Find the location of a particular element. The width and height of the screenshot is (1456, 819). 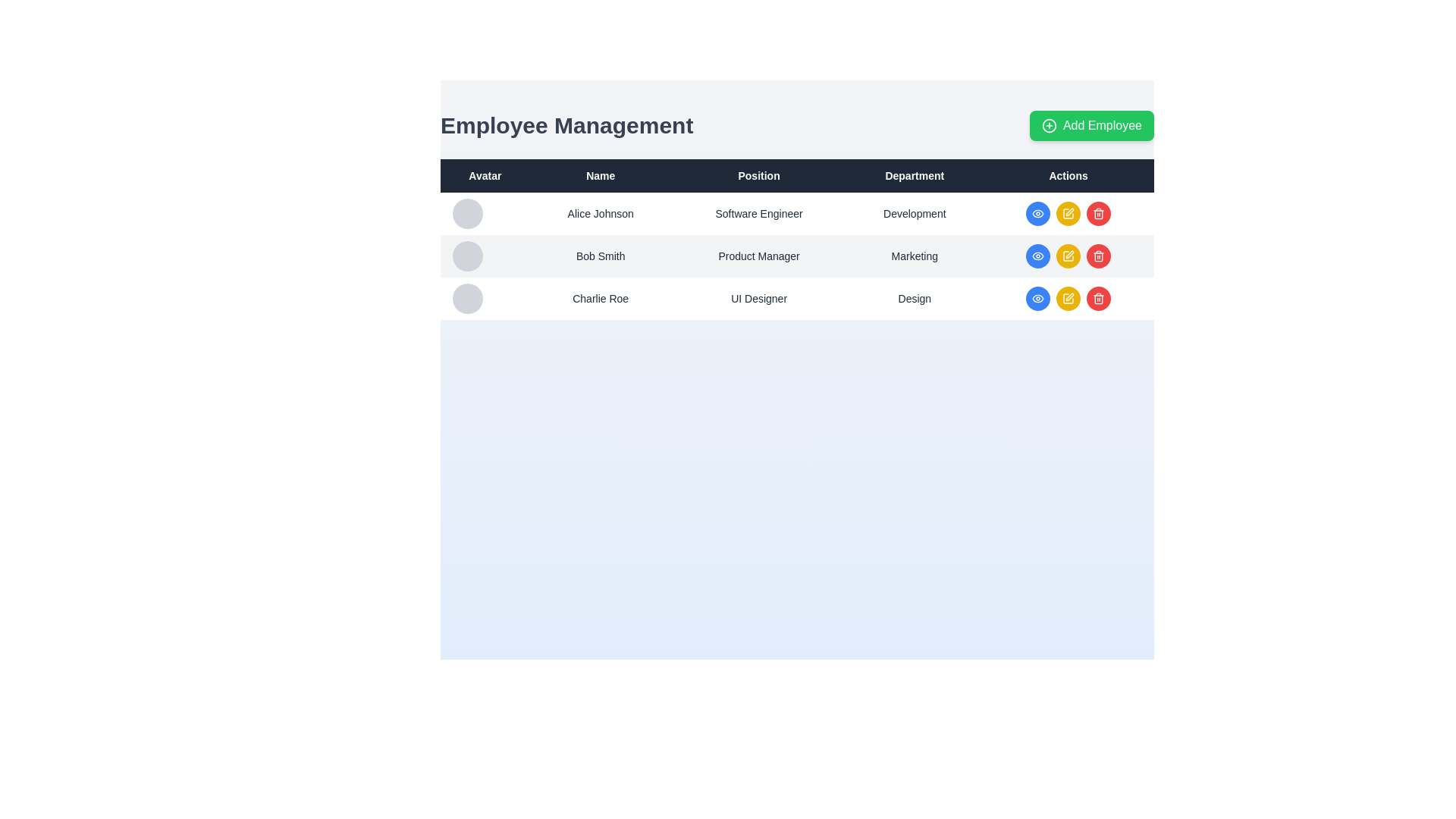

the yellow circular button with a white pen icon in the 'Actions' column of the first row in the 'Employee Management' table is located at coordinates (1068, 213).